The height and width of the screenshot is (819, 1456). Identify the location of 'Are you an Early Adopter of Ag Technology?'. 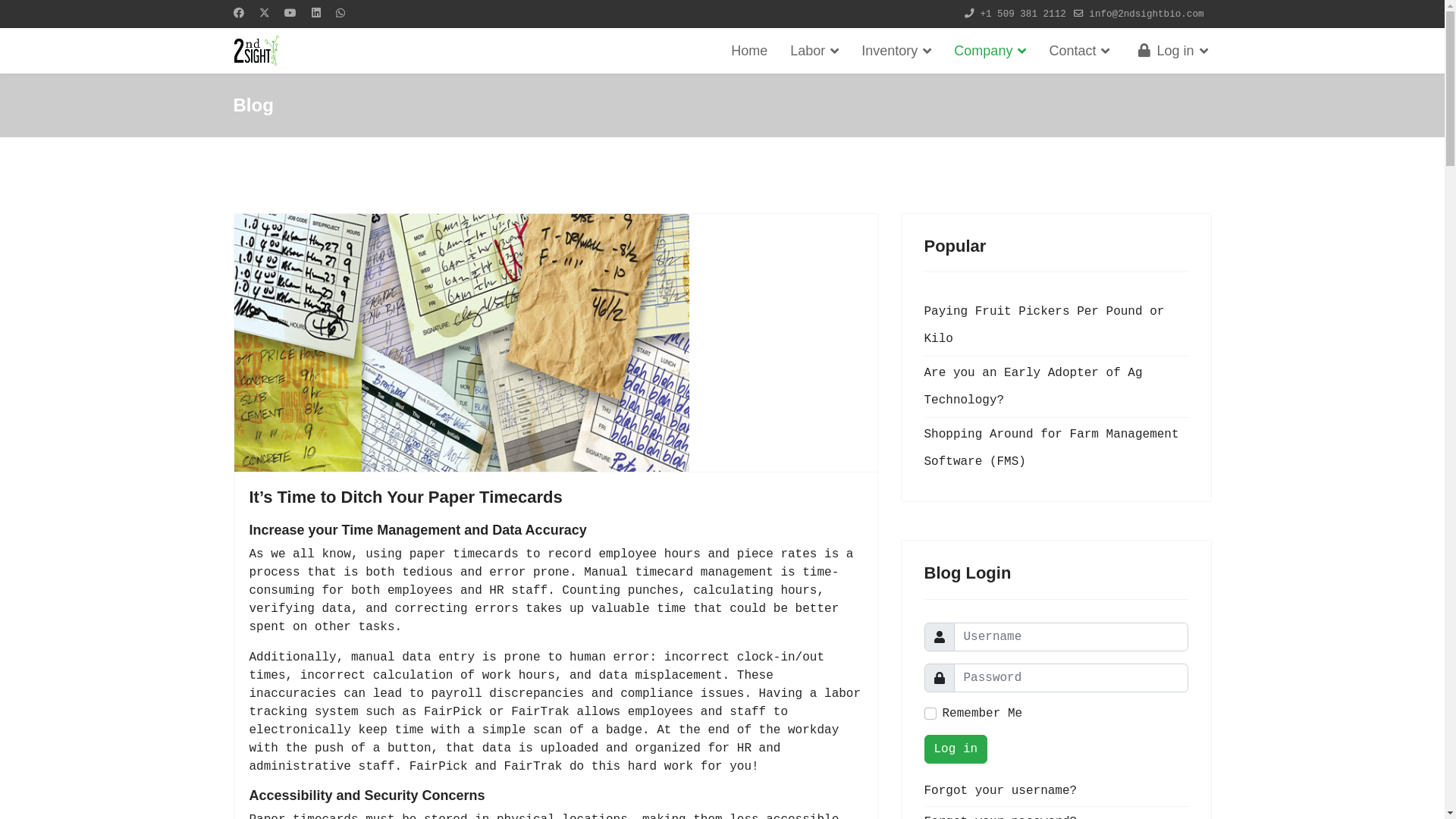
(1055, 385).